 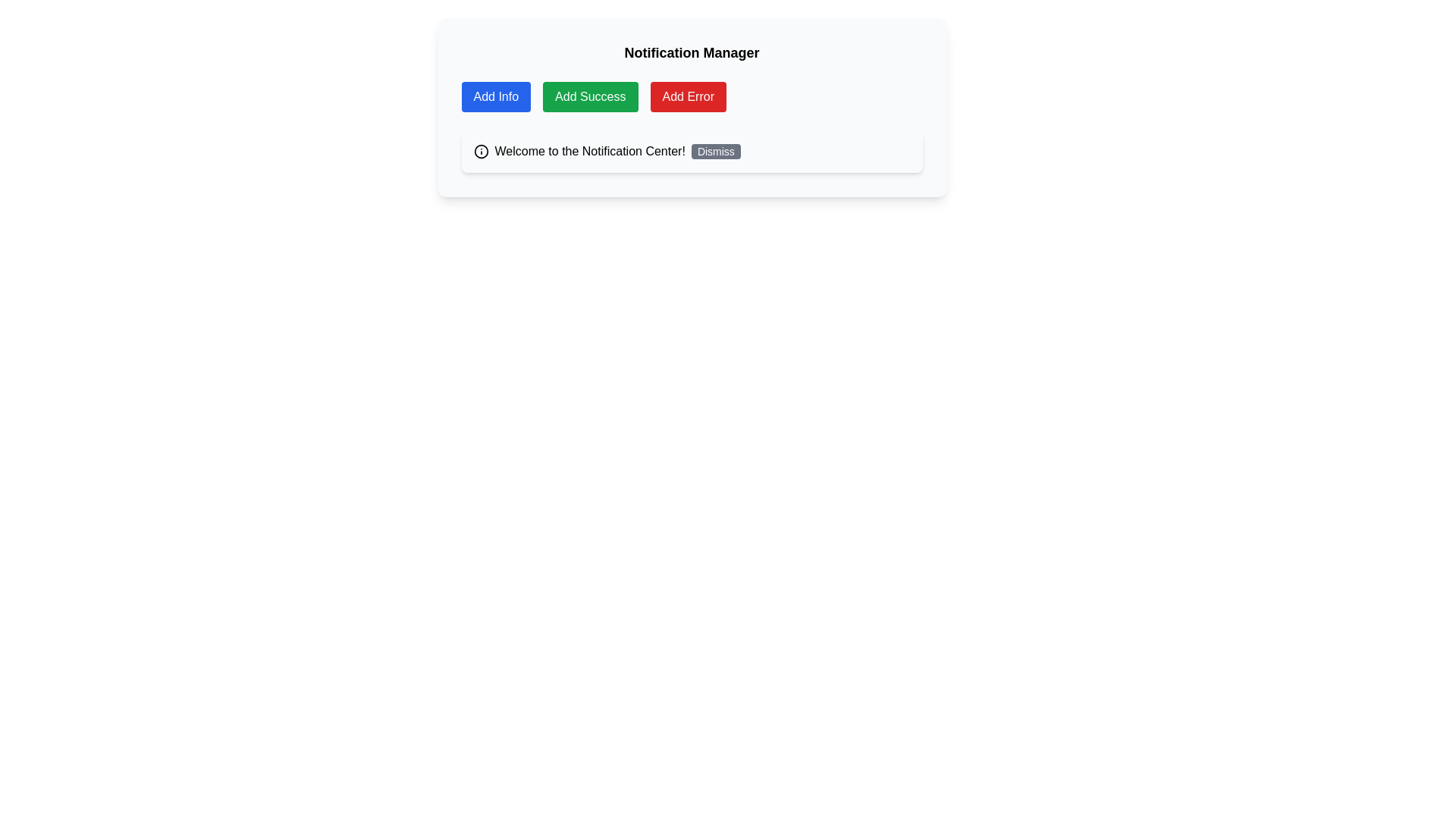 I want to click on the informational icon located at the far left of the notification message panel, which is adjacent to the text 'Welcome to the Notification Center!', so click(x=480, y=152).